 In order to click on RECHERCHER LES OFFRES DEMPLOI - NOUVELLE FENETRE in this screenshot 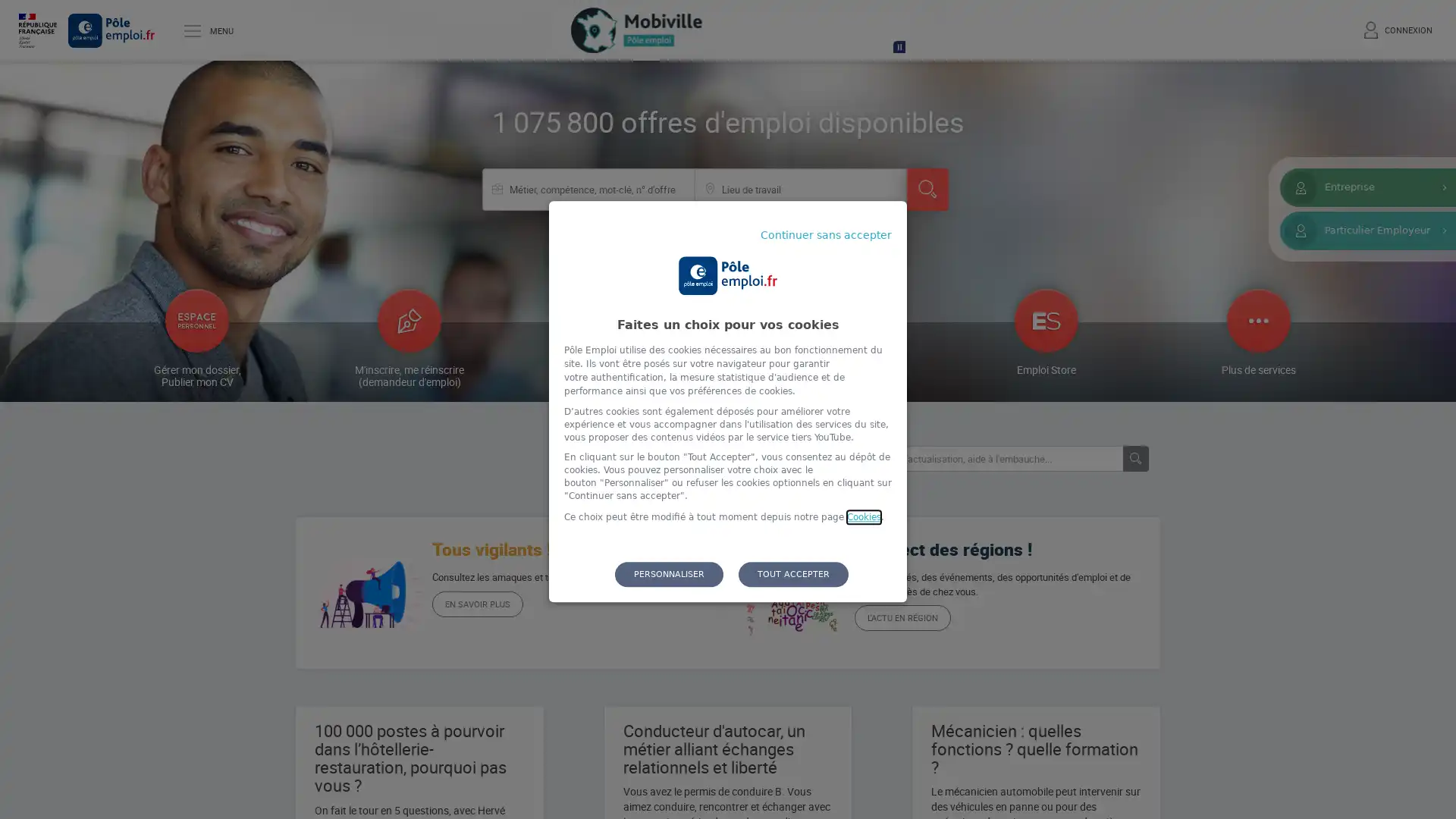, I will do `click(926, 188)`.